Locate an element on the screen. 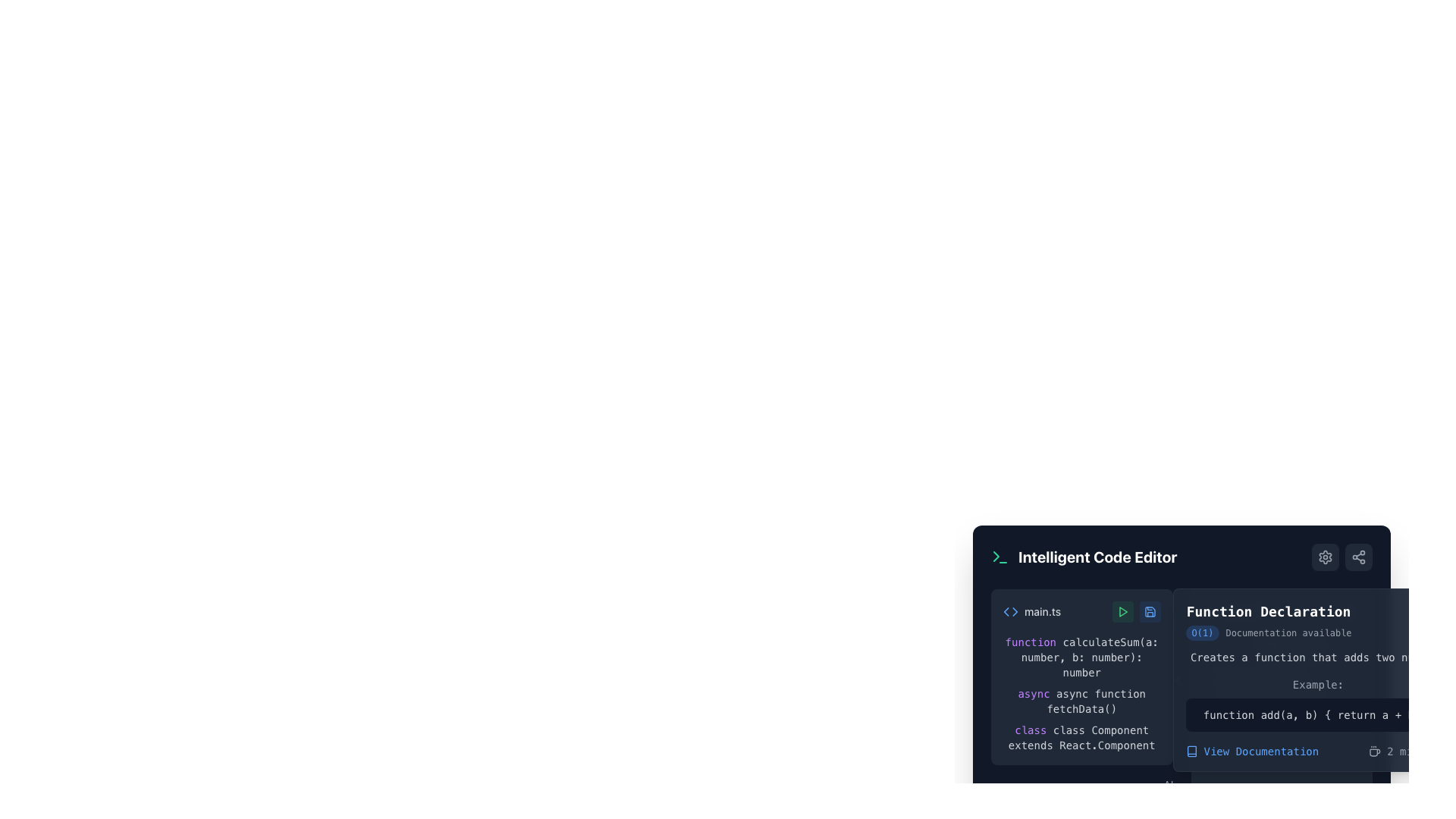 This screenshot has height=819, width=1456. status message from the third entry in the vertical list indicating successful completion of tests is located at coordinates (1281, 693).